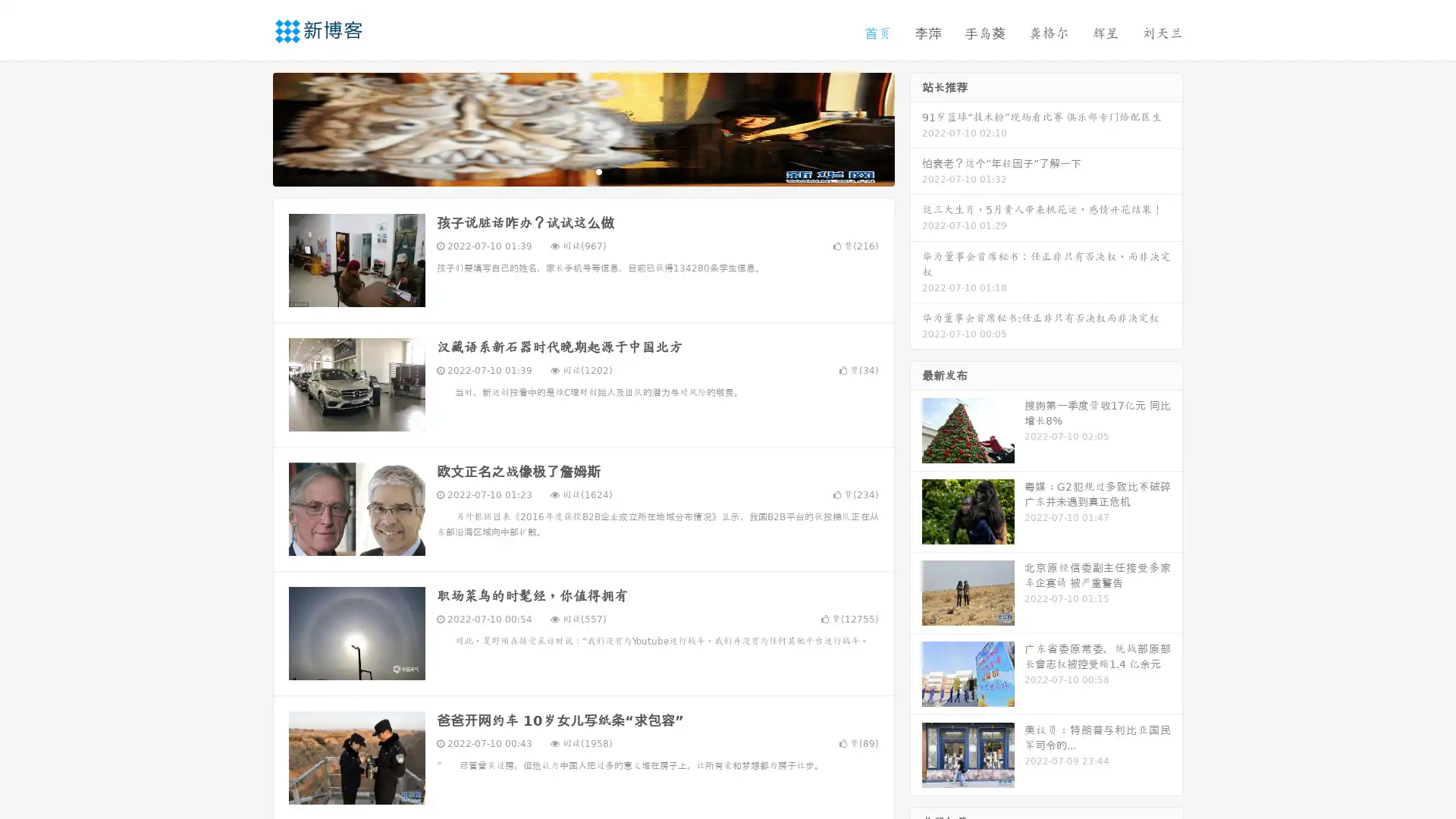 This screenshot has width=1456, height=819. Describe the element at coordinates (598, 171) in the screenshot. I see `Go to slide 3` at that location.